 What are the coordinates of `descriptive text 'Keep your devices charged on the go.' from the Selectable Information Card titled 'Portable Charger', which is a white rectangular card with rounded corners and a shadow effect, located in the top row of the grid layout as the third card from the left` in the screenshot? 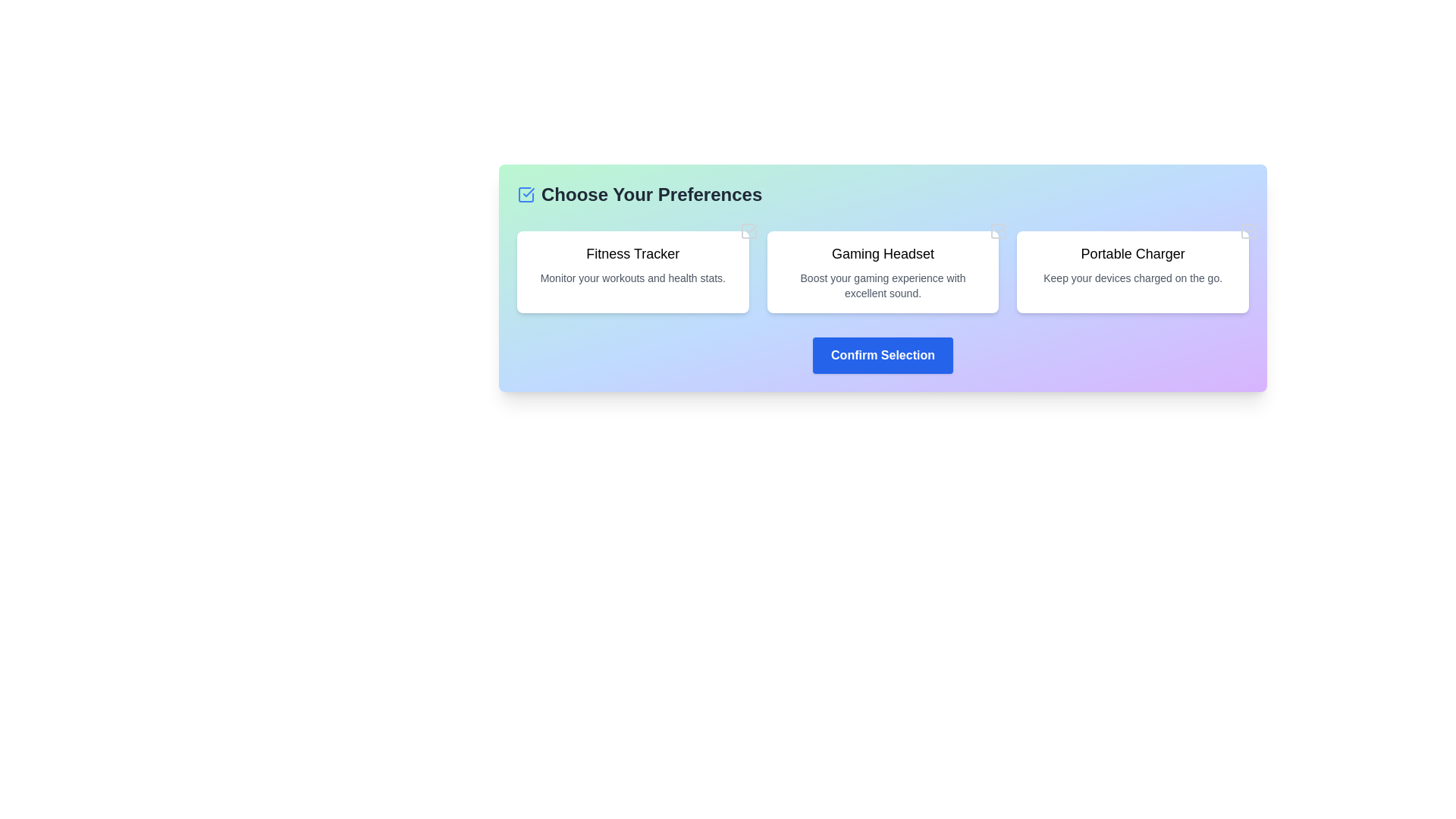 It's located at (1133, 271).